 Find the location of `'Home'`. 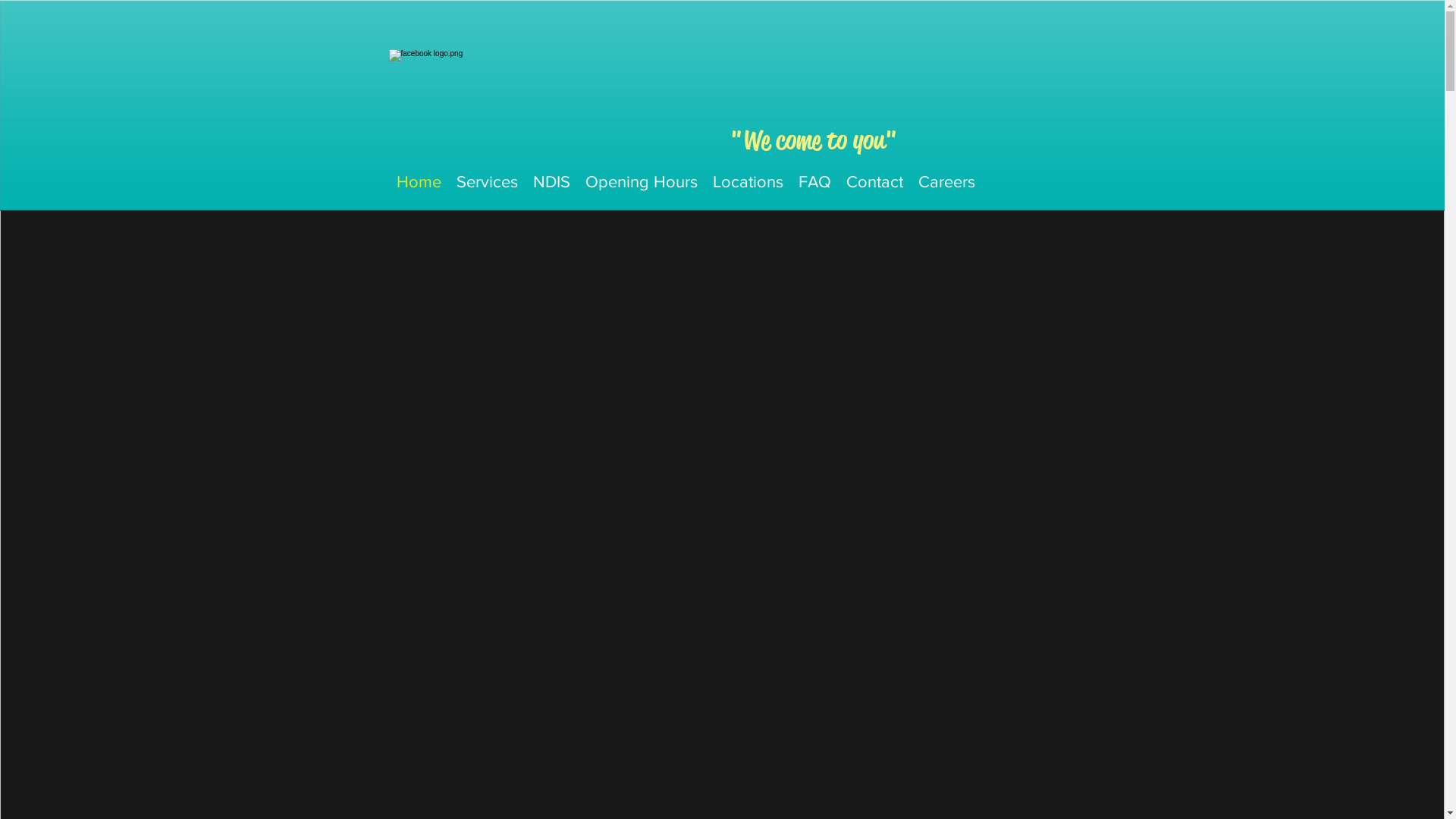

'Home' is located at coordinates (388, 180).